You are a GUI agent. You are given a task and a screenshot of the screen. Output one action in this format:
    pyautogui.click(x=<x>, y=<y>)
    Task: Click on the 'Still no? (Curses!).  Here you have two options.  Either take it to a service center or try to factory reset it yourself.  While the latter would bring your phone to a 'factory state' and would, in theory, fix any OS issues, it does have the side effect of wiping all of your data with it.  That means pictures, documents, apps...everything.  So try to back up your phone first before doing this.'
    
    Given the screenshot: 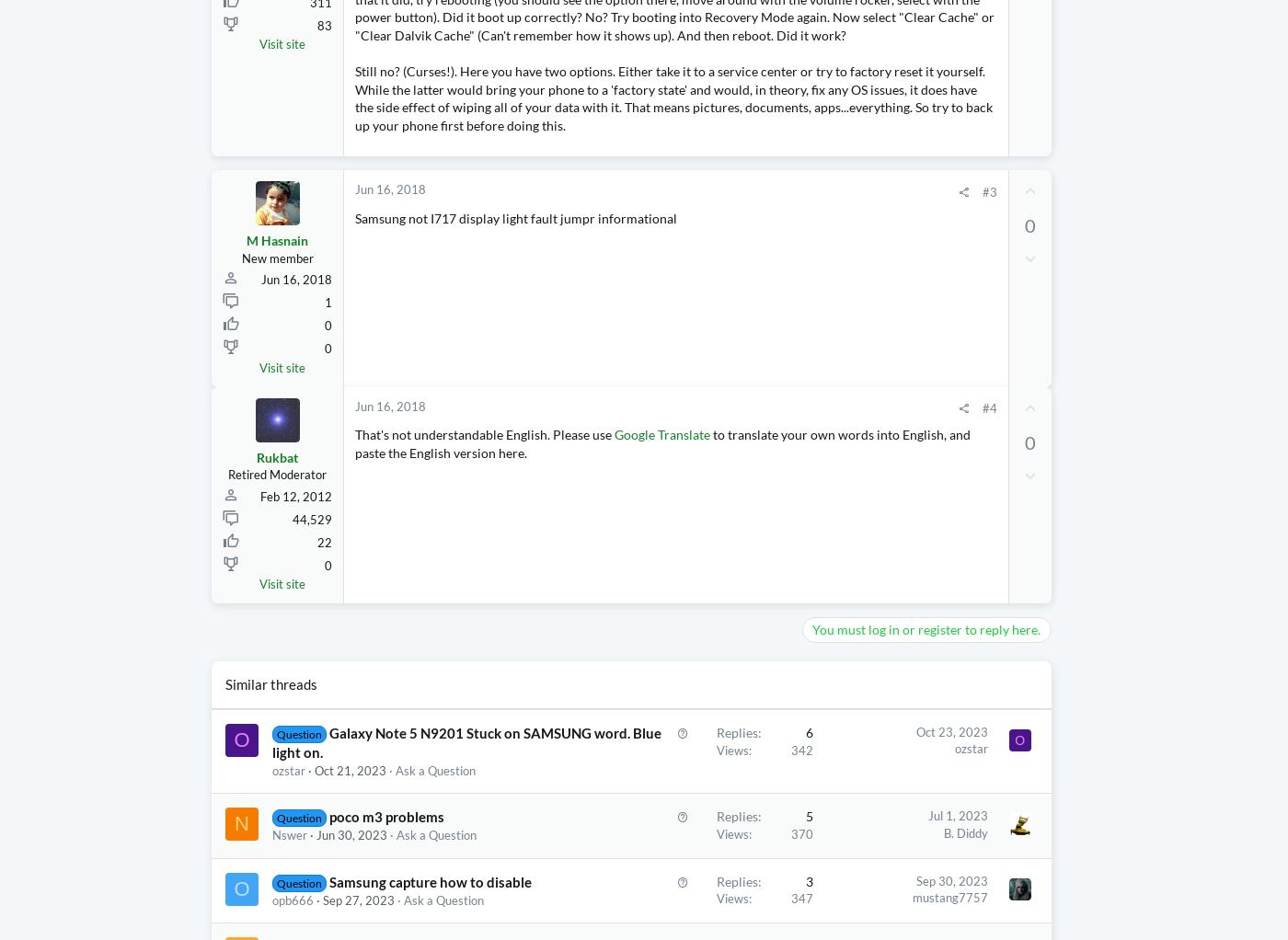 What is the action you would take?
    pyautogui.click(x=354, y=133)
    